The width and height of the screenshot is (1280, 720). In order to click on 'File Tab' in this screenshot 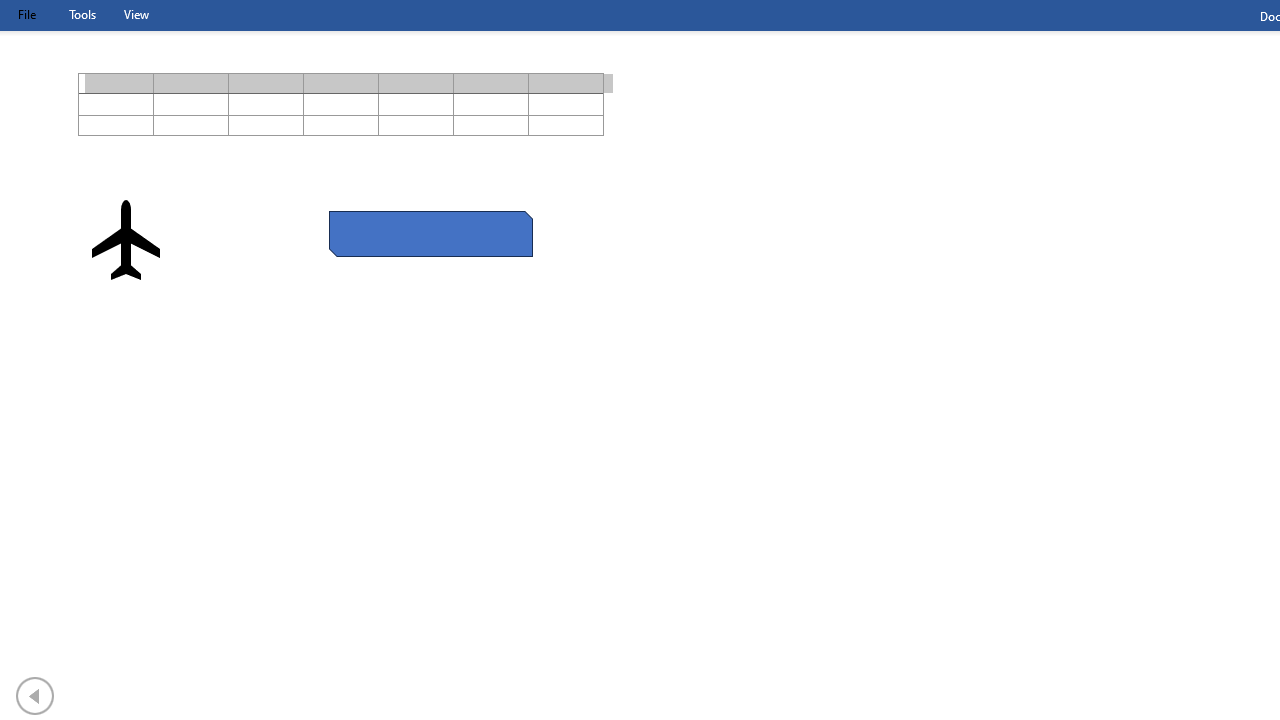, I will do `click(26, 14)`.